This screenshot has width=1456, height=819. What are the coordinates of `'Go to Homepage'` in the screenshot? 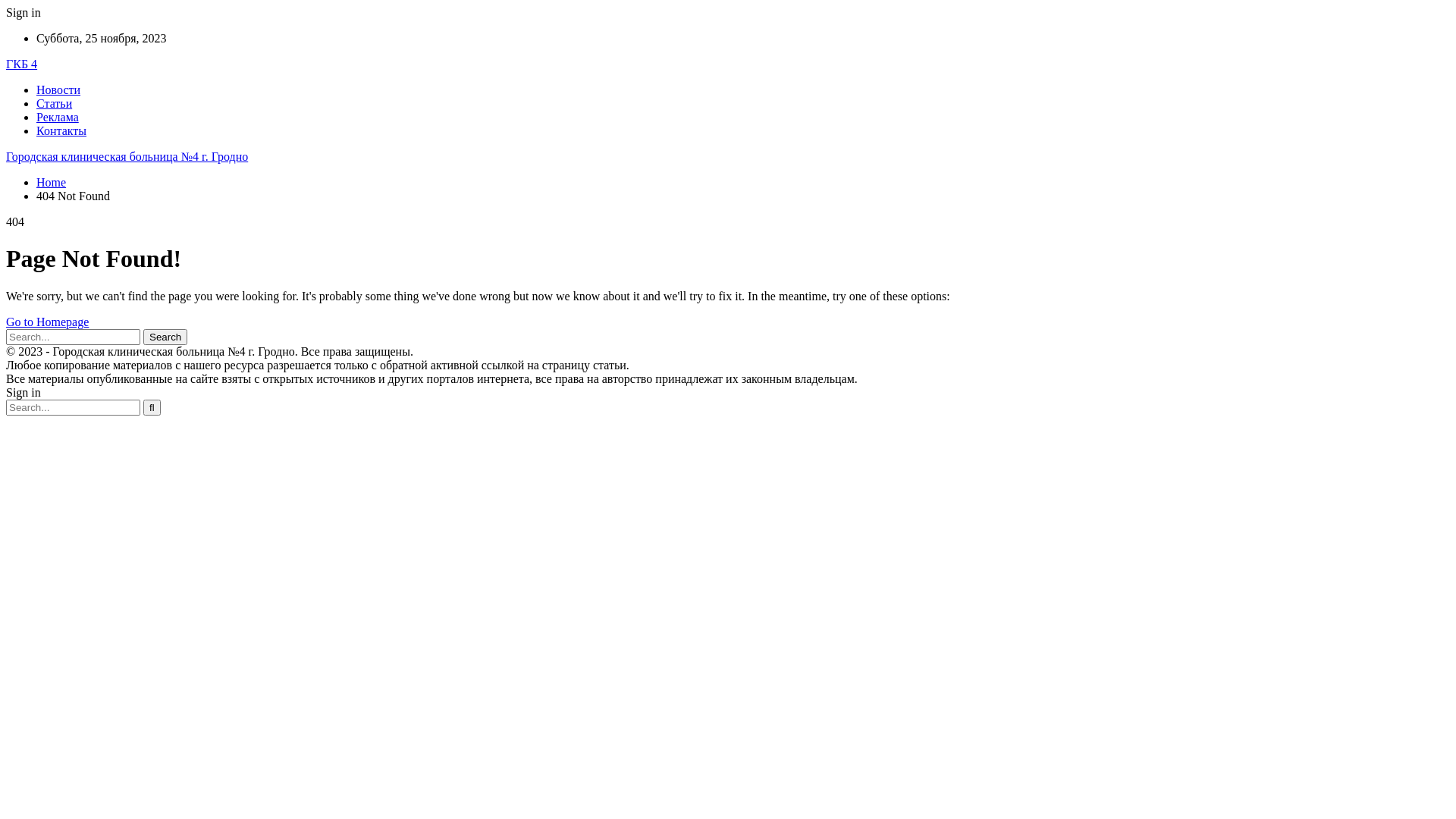 It's located at (47, 321).